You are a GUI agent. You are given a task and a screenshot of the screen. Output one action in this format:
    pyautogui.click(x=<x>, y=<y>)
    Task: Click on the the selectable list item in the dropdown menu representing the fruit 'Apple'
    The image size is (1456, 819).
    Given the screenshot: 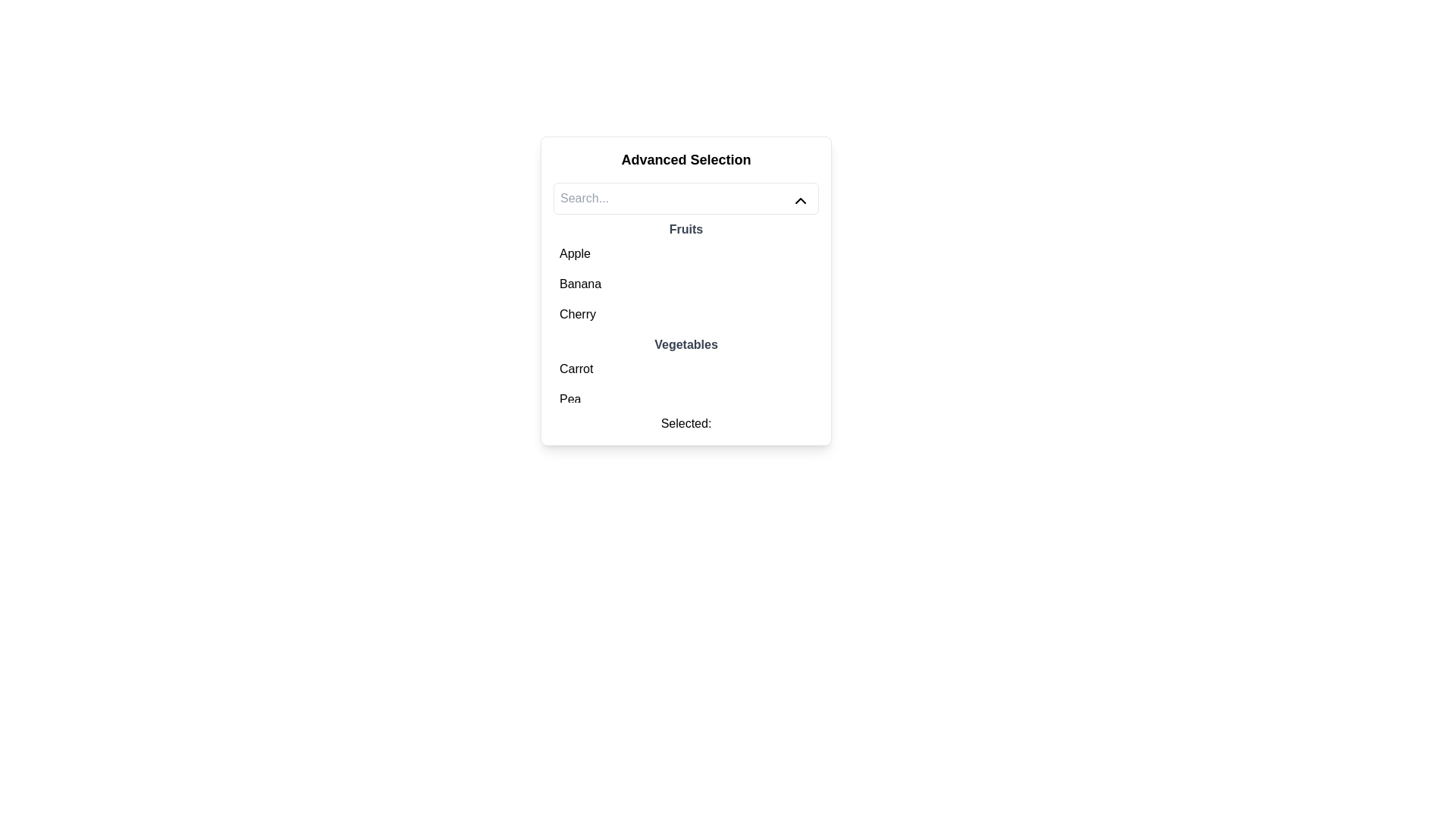 What is the action you would take?
    pyautogui.click(x=574, y=253)
    